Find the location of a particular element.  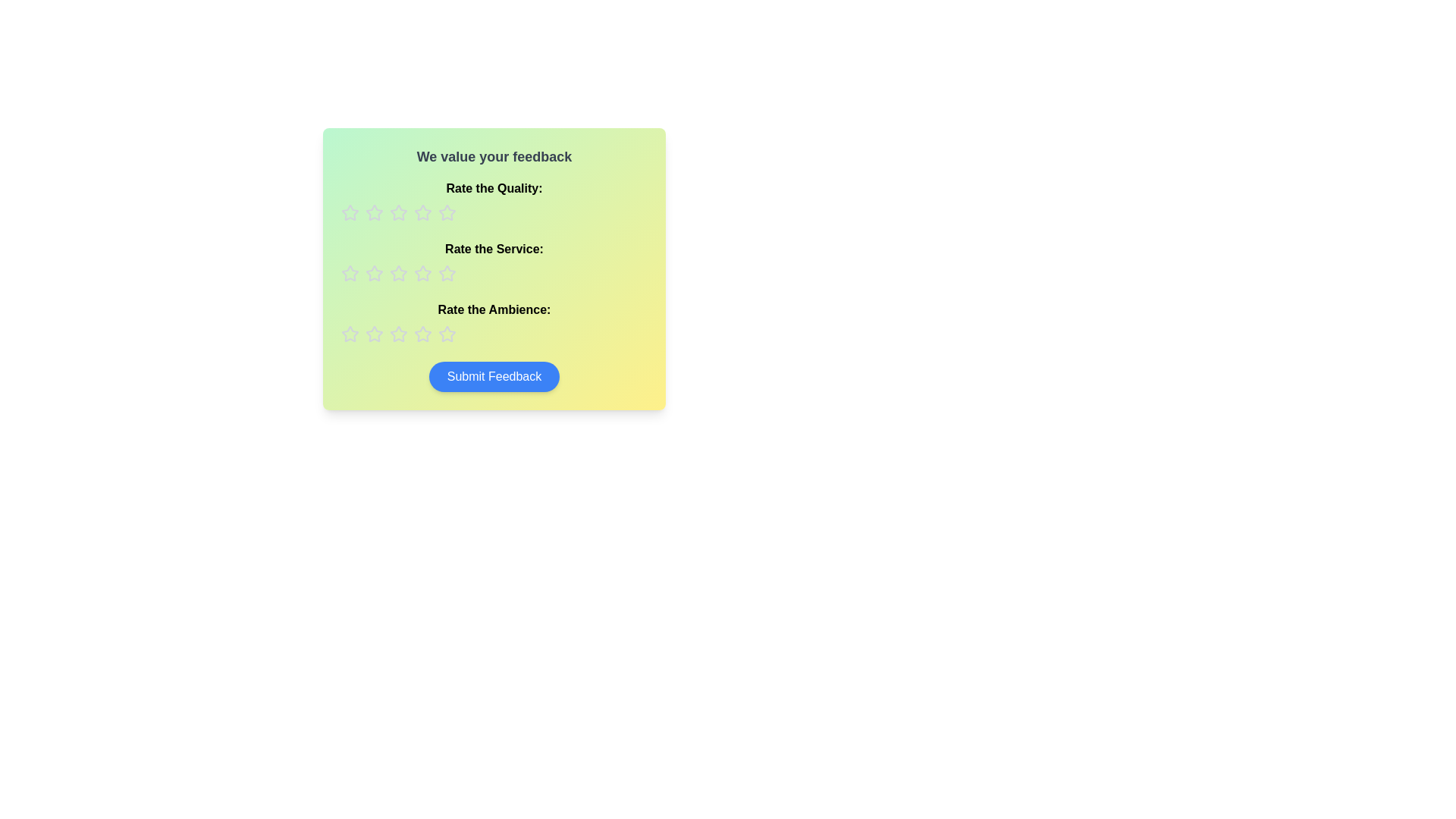

text from the heading Text Label that introduces the feedback form, located at the top of the form above rating sections is located at coordinates (494, 157).